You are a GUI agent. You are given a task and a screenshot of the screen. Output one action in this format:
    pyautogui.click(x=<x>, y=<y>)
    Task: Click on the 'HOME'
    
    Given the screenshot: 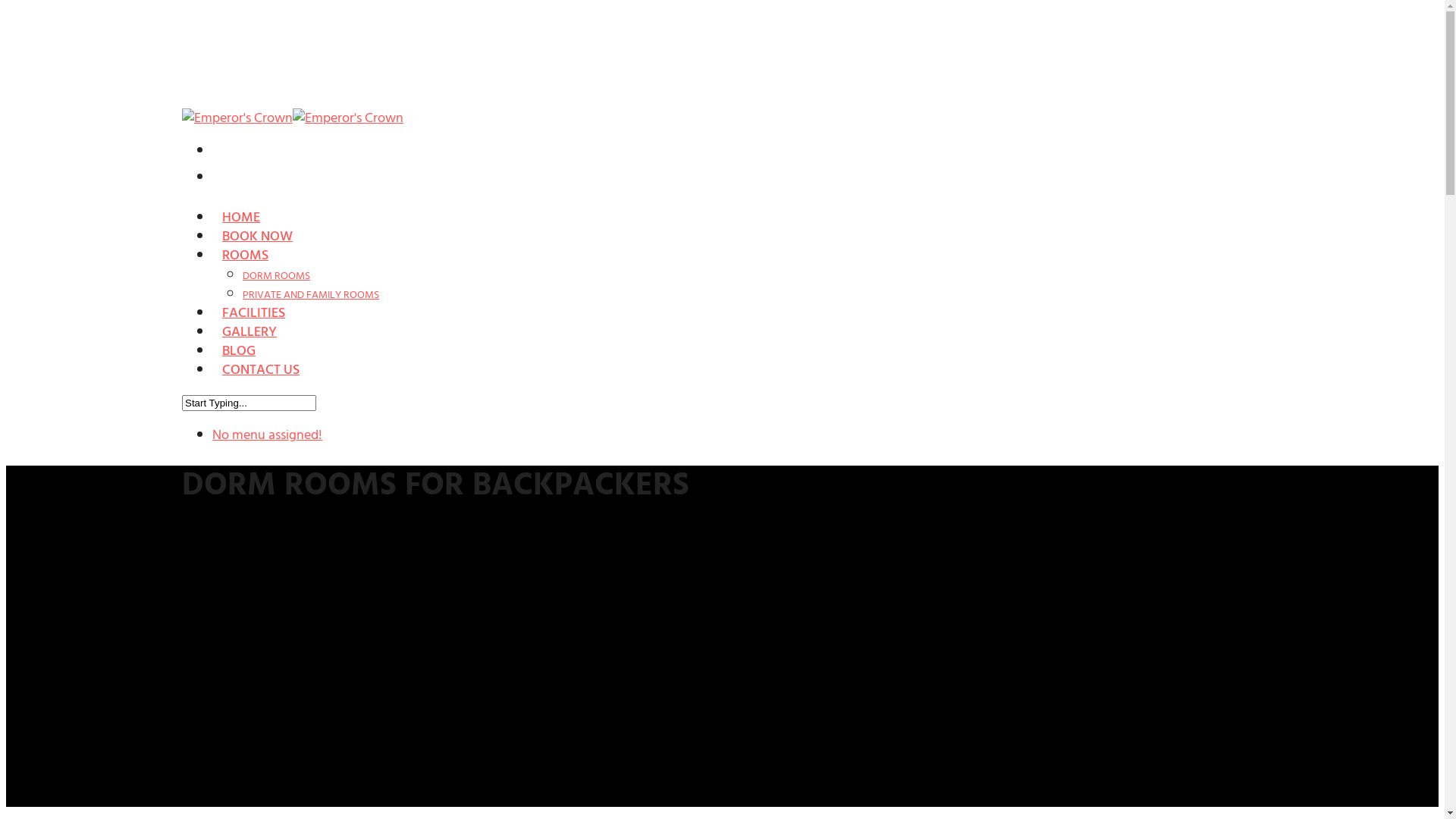 What is the action you would take?
    pyautogui.click(x=211, y=227)
    